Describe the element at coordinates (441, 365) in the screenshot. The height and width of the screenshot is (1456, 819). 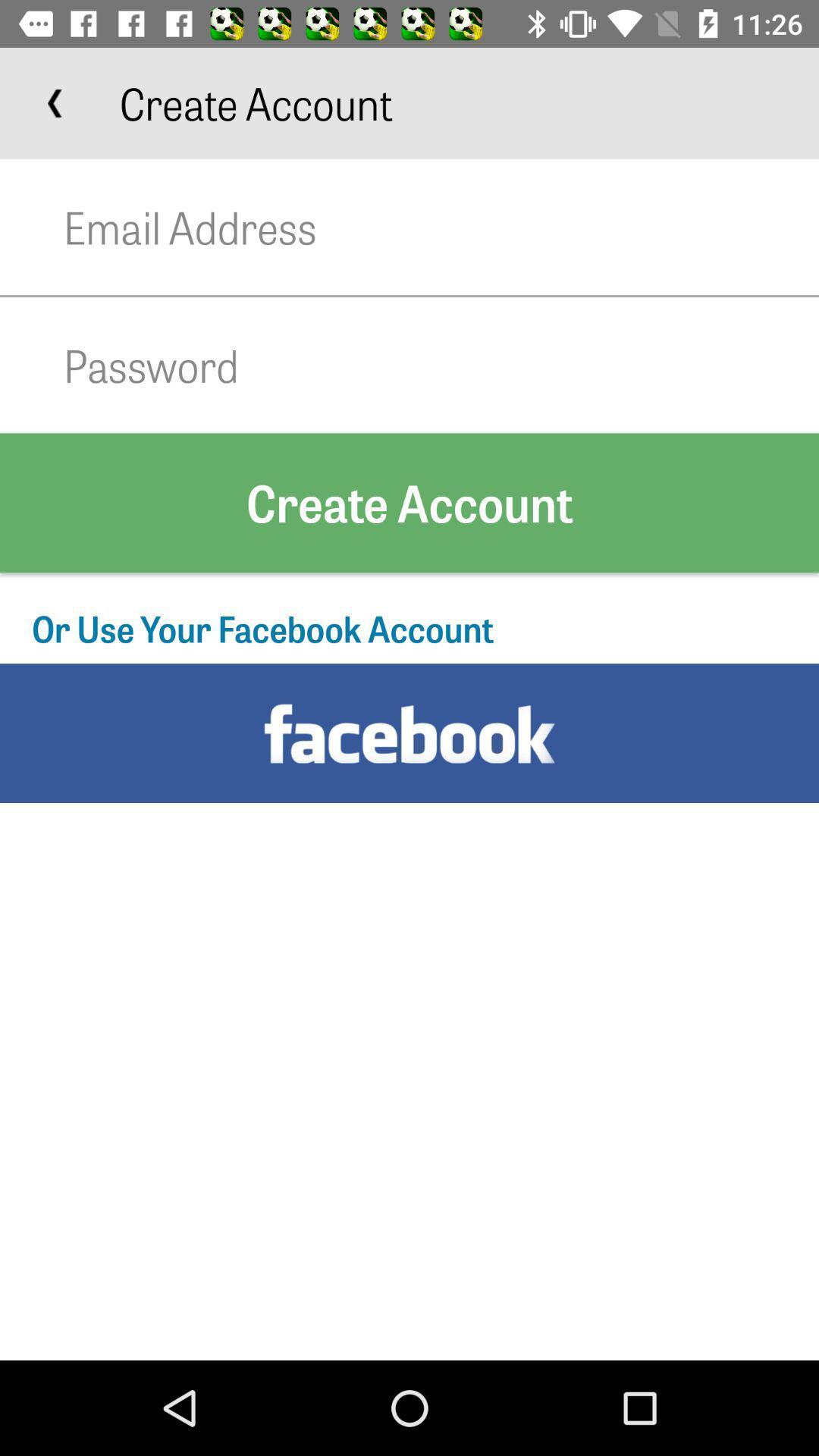
I see `password textbox` at that location.